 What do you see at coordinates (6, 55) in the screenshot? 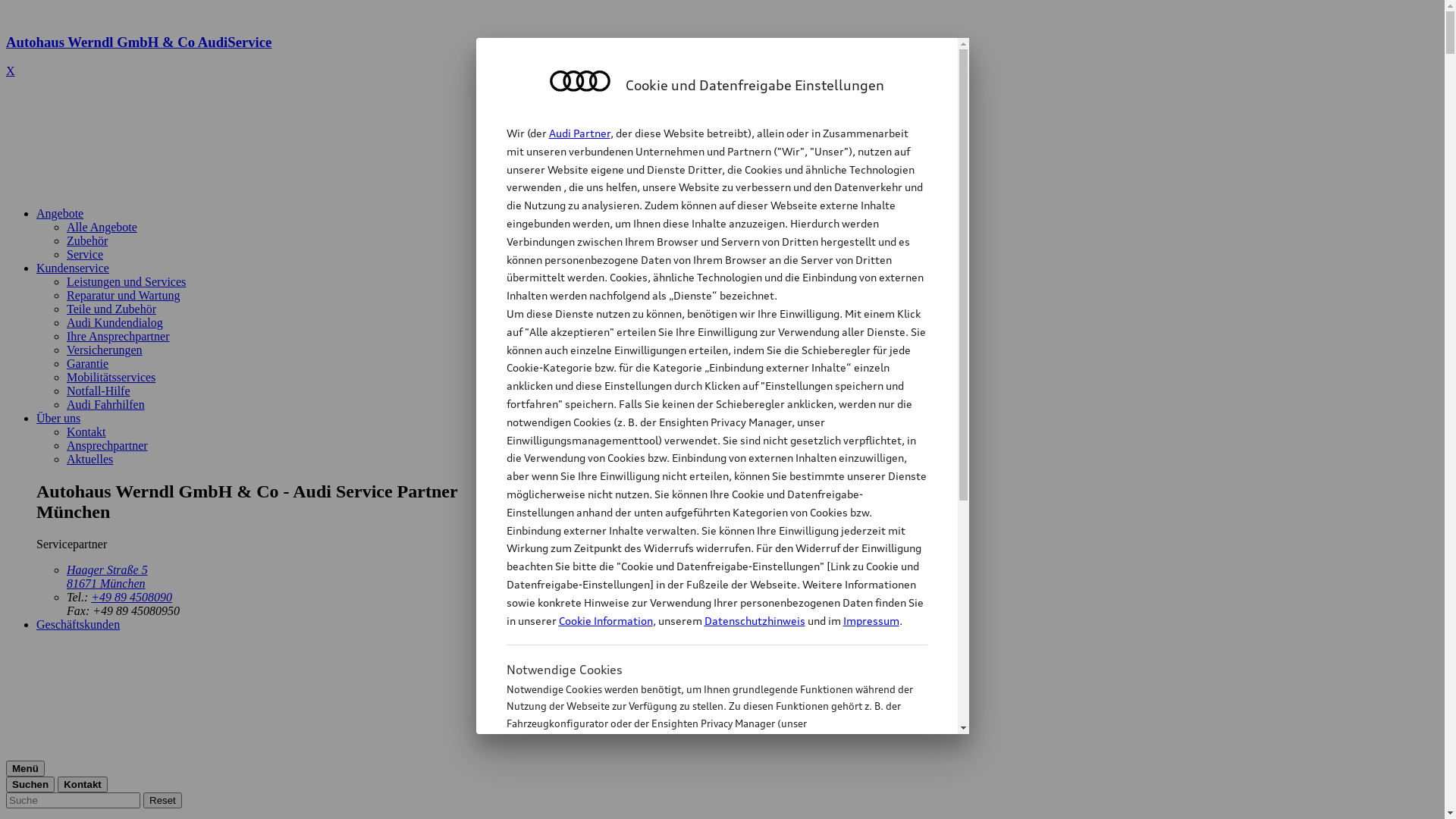
I see `'Autohaus Werndl GmbH & Co AudiService'` at bounding box center [6, 55].